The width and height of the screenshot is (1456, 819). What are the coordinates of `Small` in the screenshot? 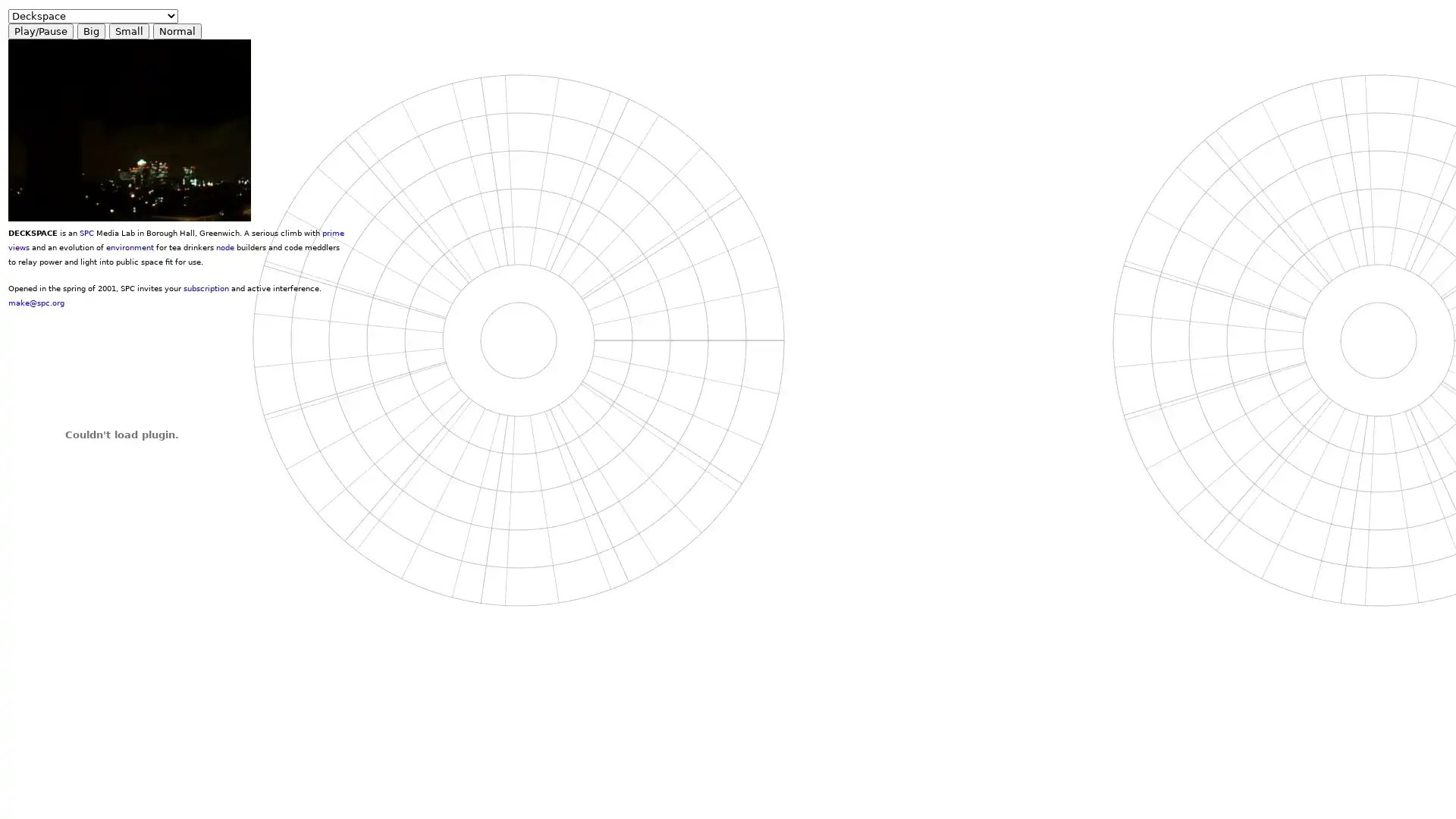 It's located at (129, 31).